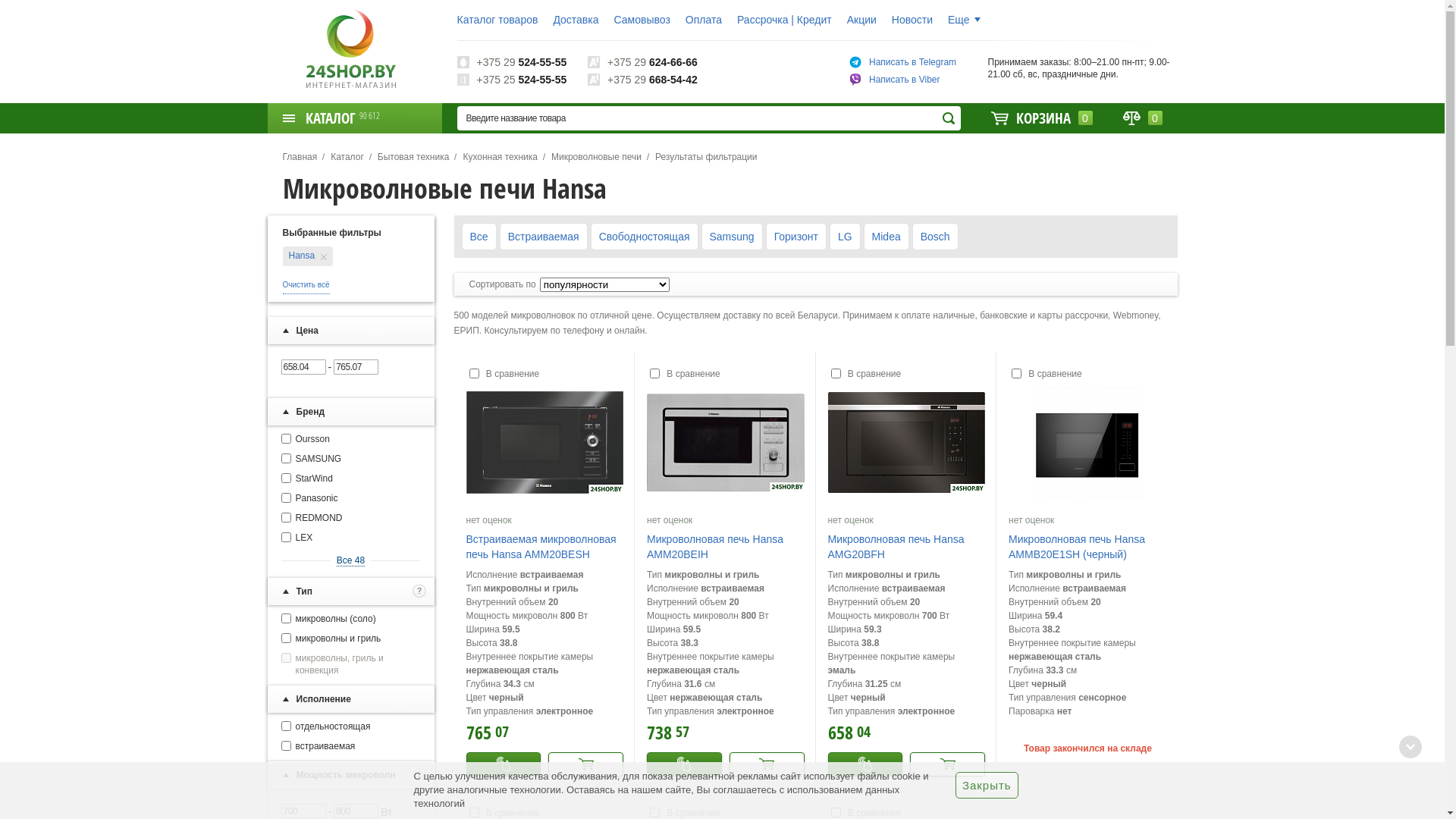 Image resolution: width=1456 pixels, height=819 pixels. I want to click on 'Bosch', so click(934, 237).